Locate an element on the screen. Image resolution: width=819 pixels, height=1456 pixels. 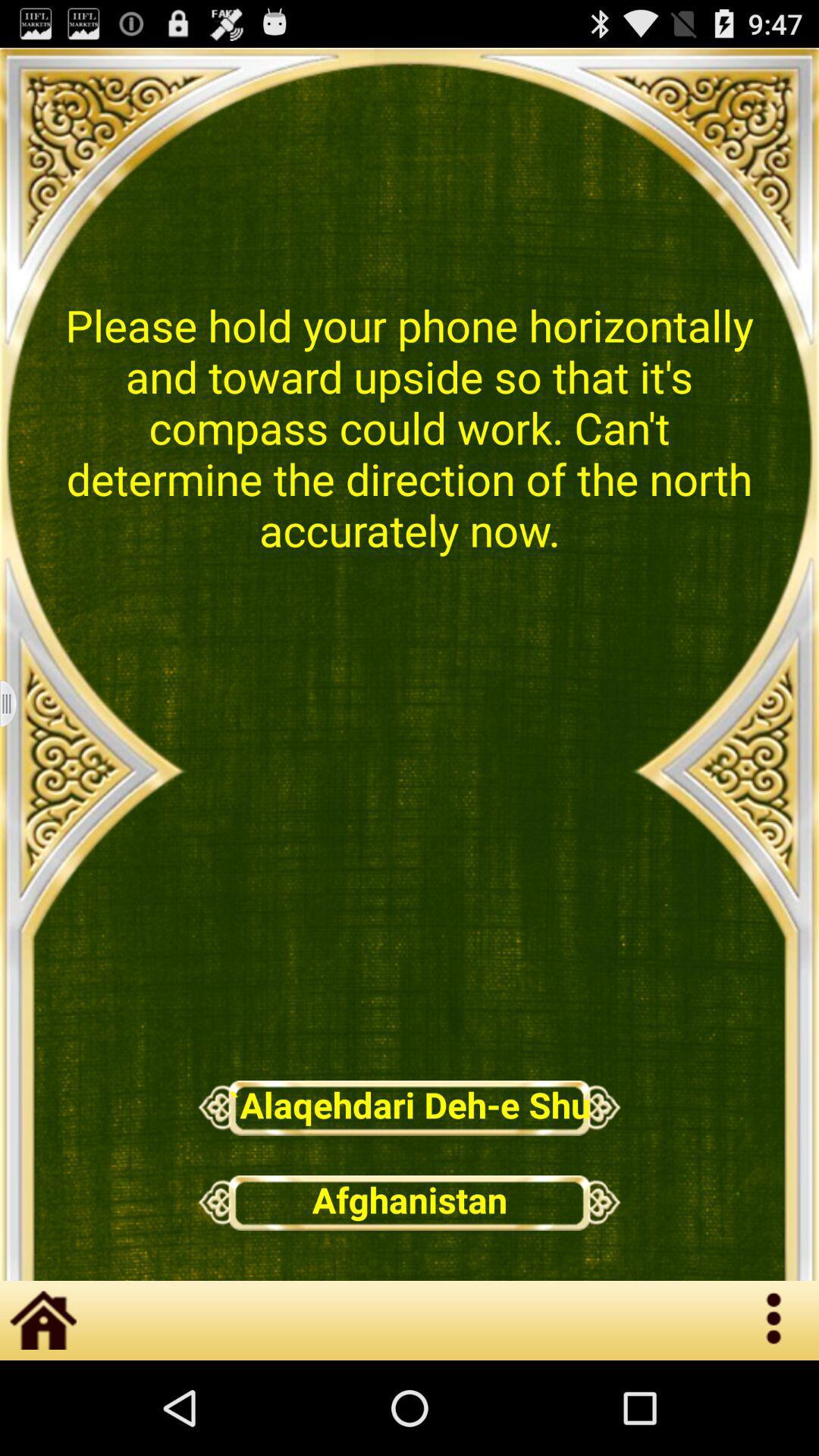
roiling page is located at coordinates (17, 703).